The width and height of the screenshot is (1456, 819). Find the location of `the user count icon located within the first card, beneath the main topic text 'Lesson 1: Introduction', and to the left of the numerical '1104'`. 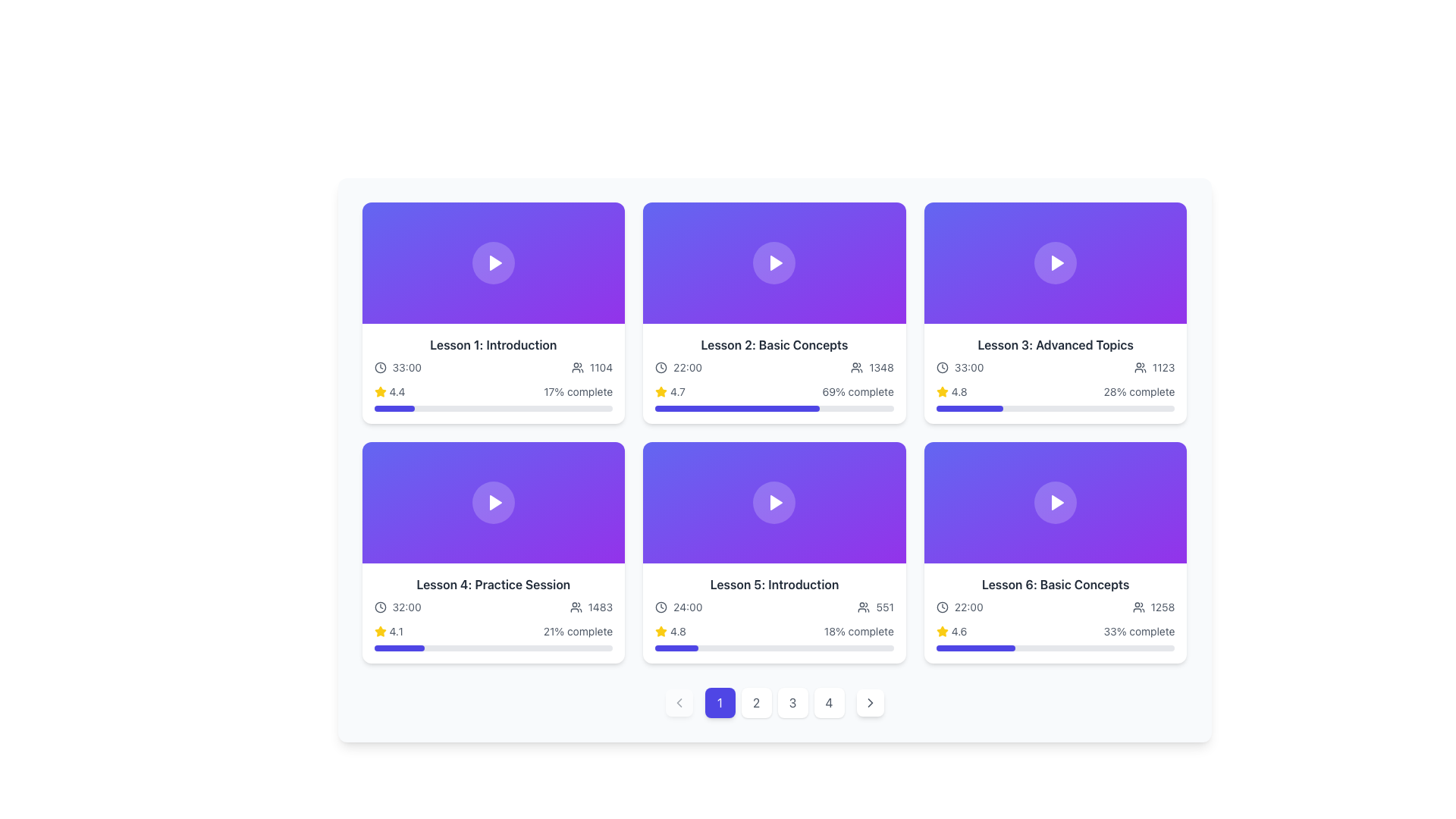

the user count icon located within the first card, beneath the main topic text 'Lesson 1: Introduction', and to the left of the numerical '1104' is located at coordinates (576, 368).